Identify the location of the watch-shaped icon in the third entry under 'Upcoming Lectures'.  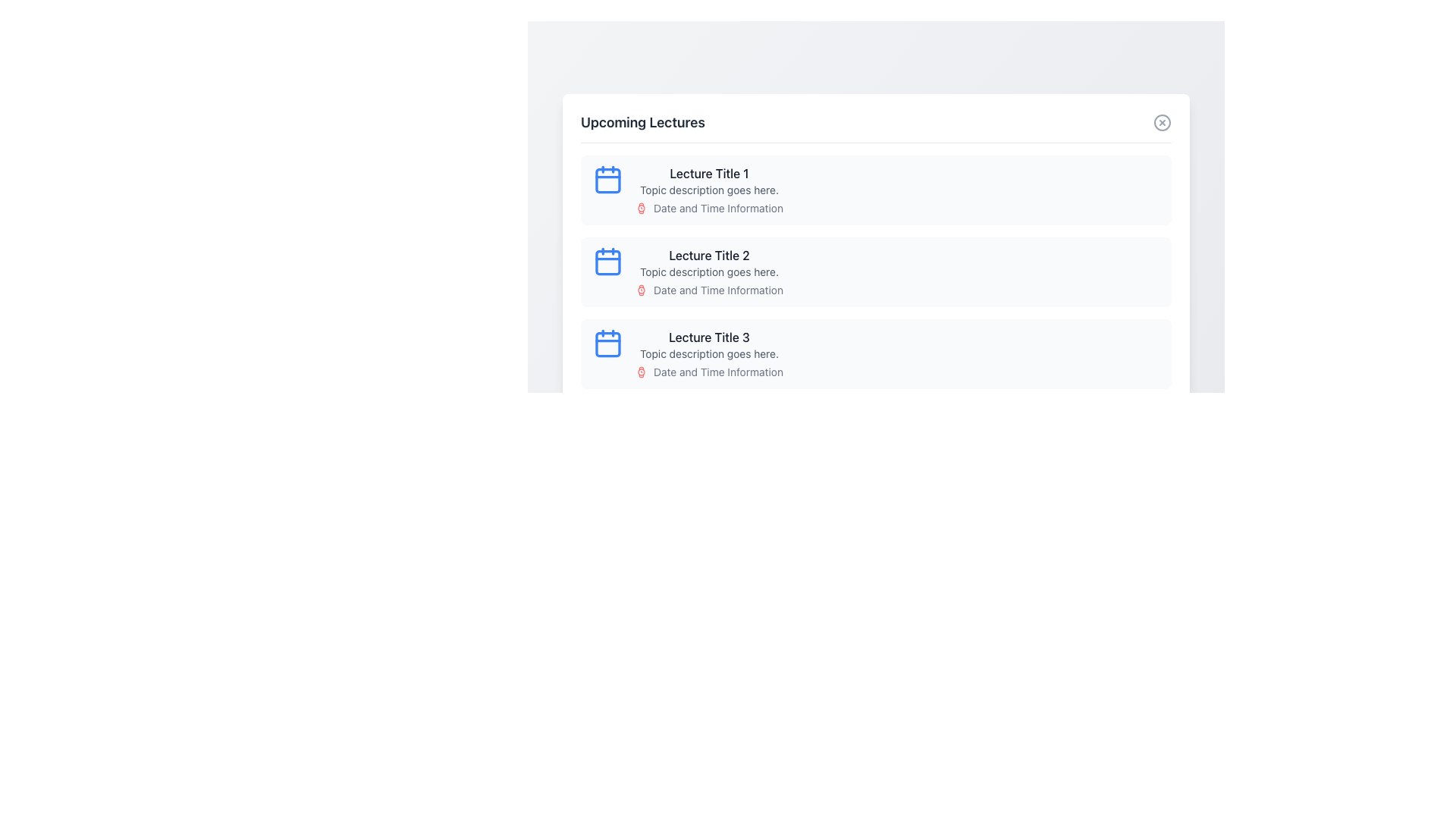
(641, 372).